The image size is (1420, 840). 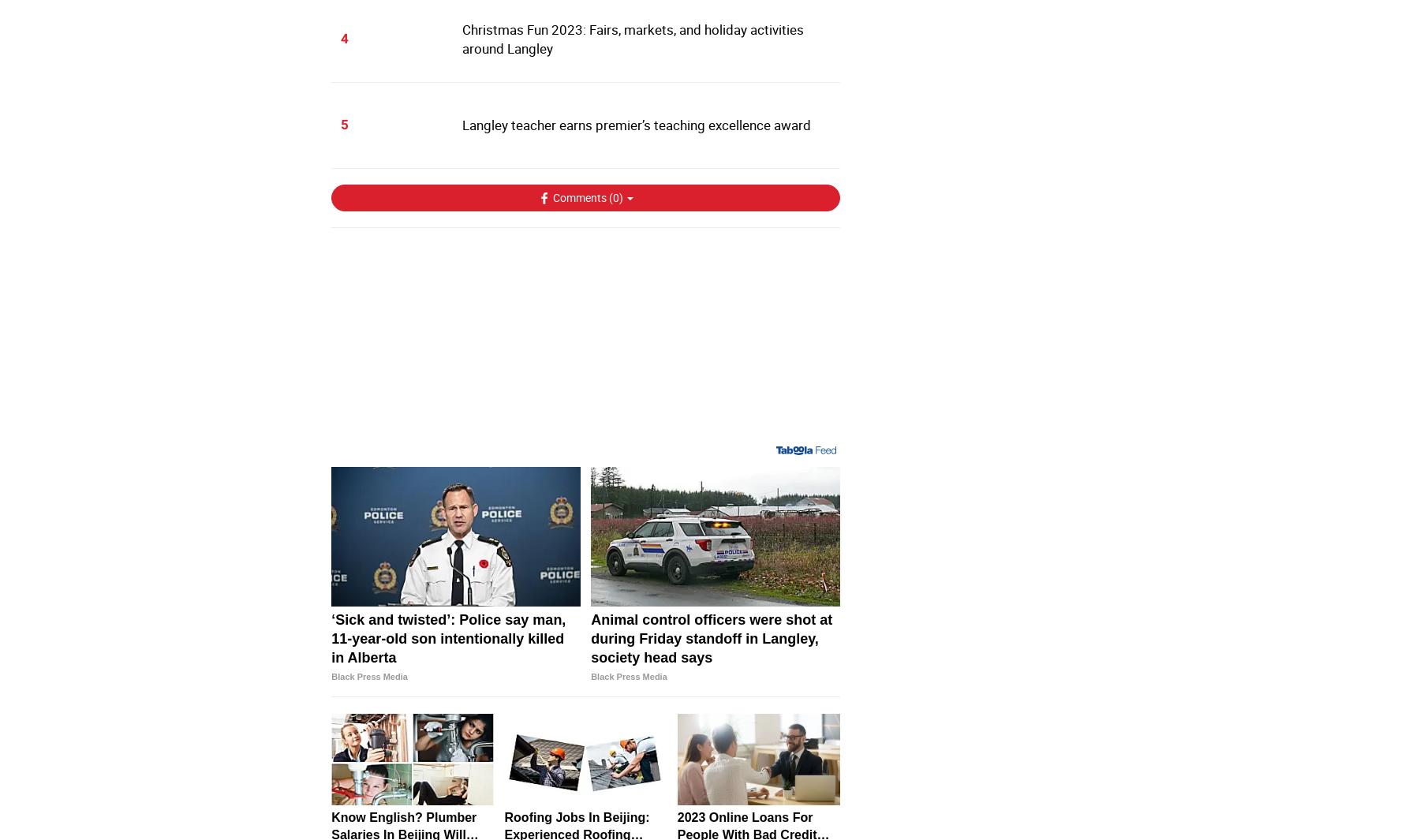 I want to click on 'Man, 66, believed dead in 0 Avenue incident', so click(x=331, y=775).